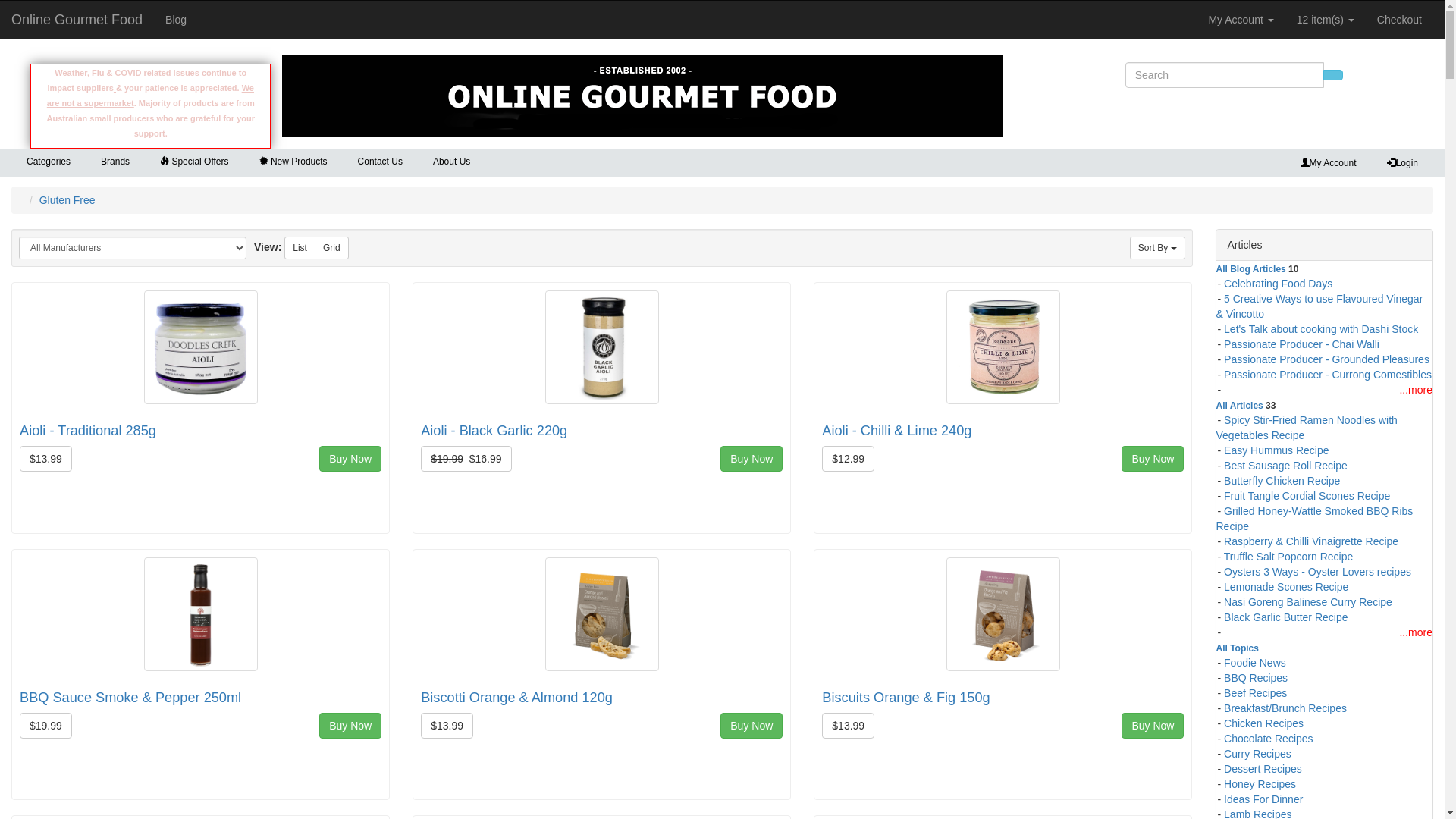 This screenshot has height=819, width=1456. What do you see at coordinates (1263, 767) in the screenshot?
I see `'Dessert Recipes'` at bounding box center [1263, 767].